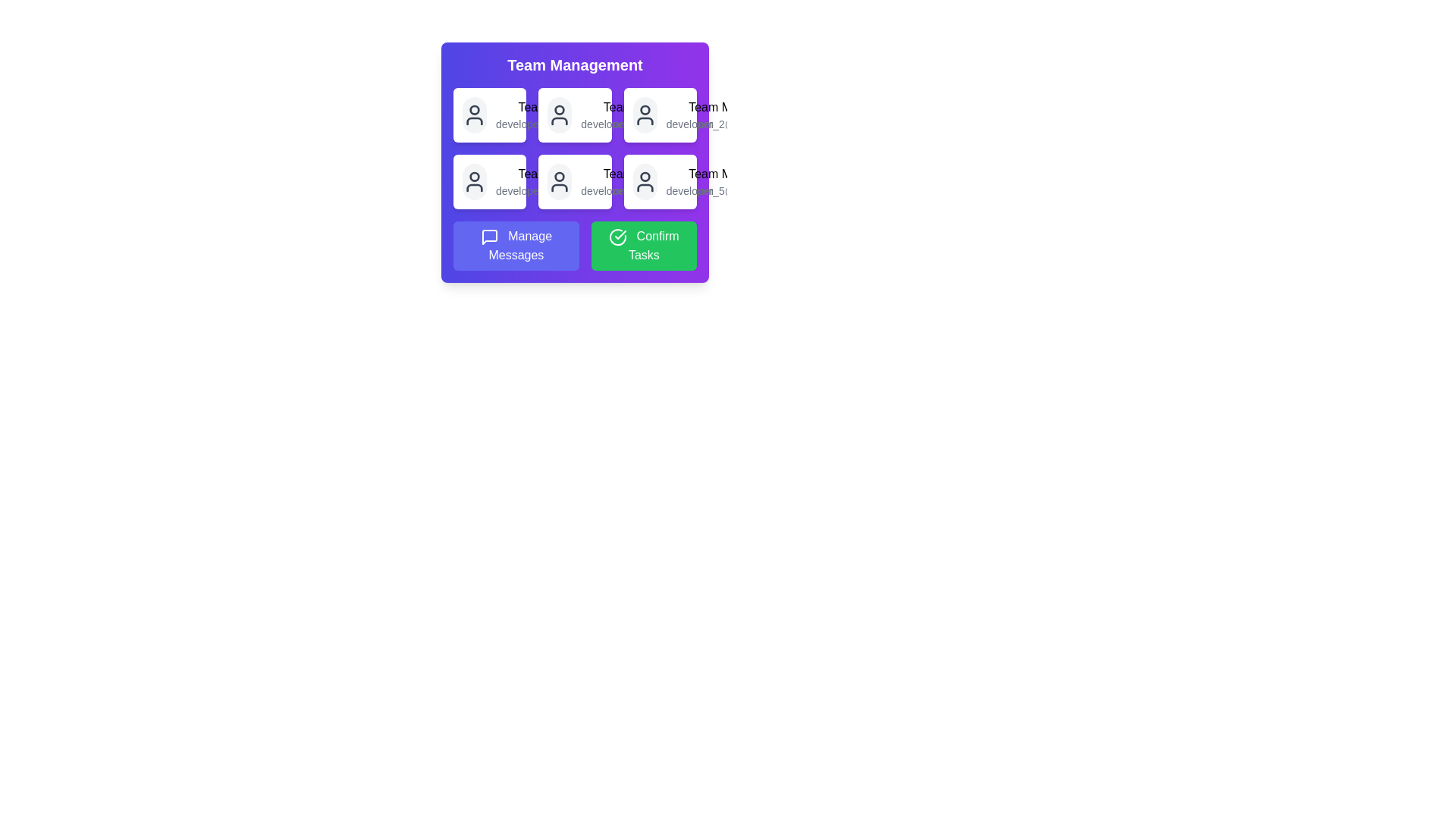 This screenshot has height=819, width=1456. I want to click on the graphical circle indicating the user's status in the top row of the user icons within the 'Team Management' interface, so click(645, 109).